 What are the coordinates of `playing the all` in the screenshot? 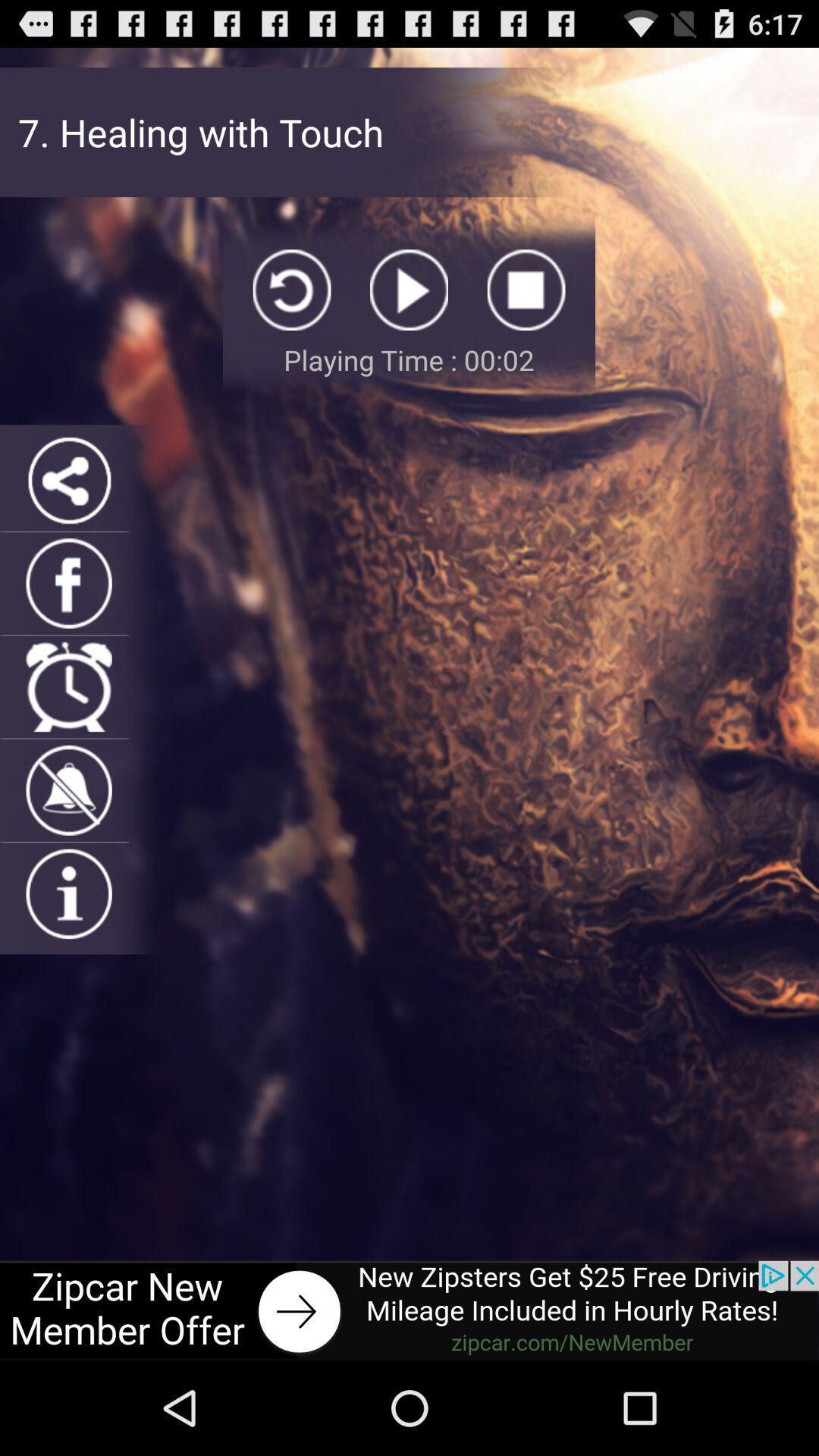 It's located at (408, 290).